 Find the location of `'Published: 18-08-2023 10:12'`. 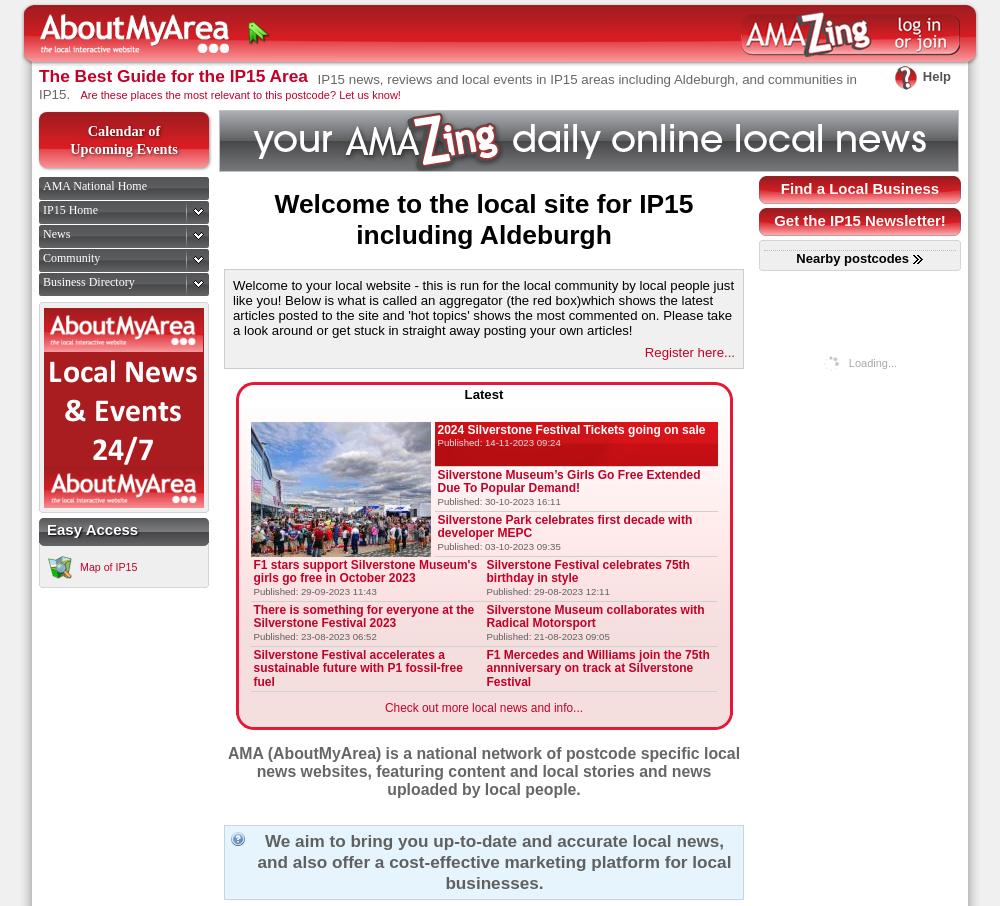

'Published: 18-08-2023 10:12' is located at coordinates (313, 693).